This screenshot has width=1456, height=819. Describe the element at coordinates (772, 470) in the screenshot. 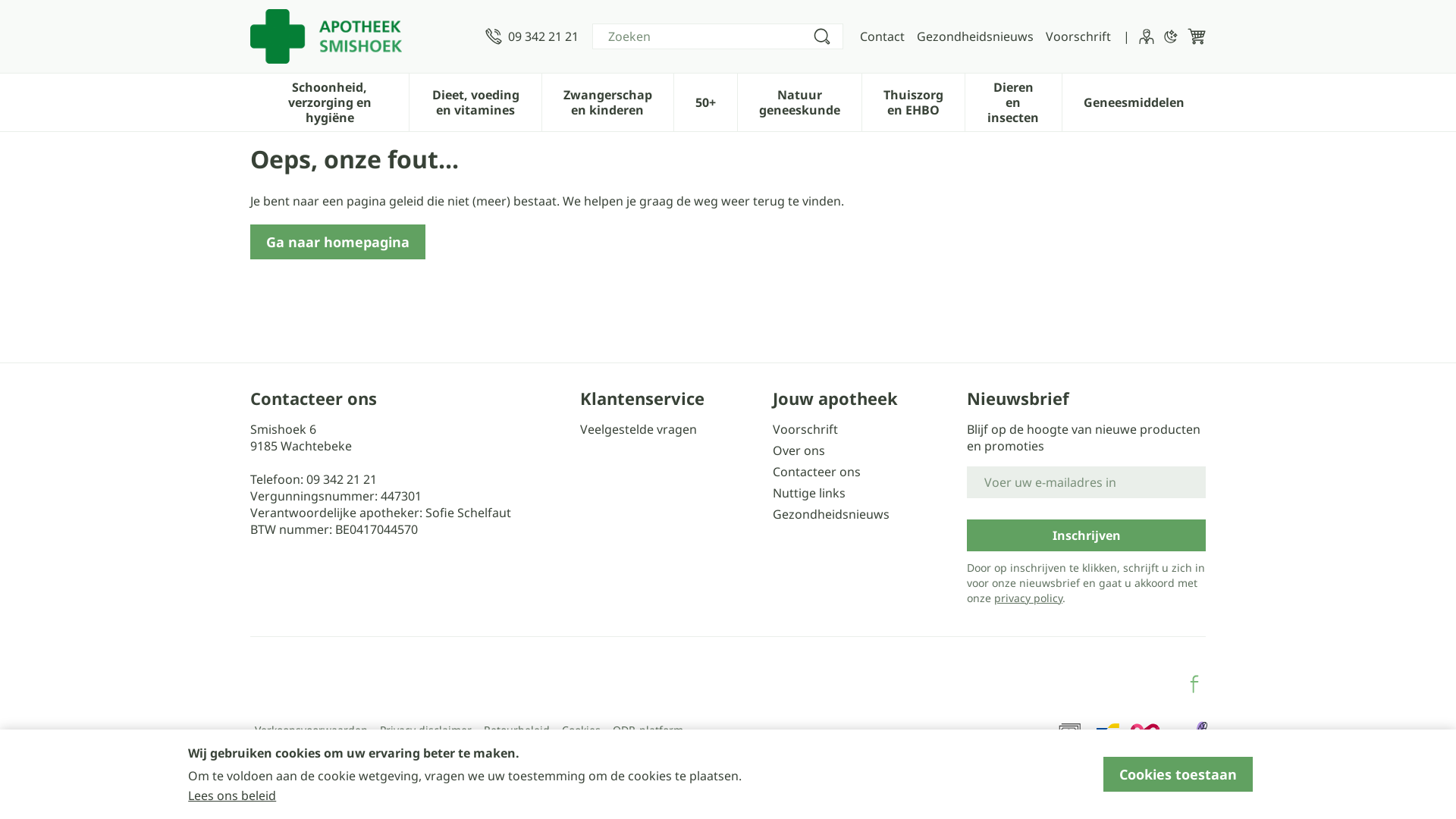

I see `'Contacteer ons'` at that location.